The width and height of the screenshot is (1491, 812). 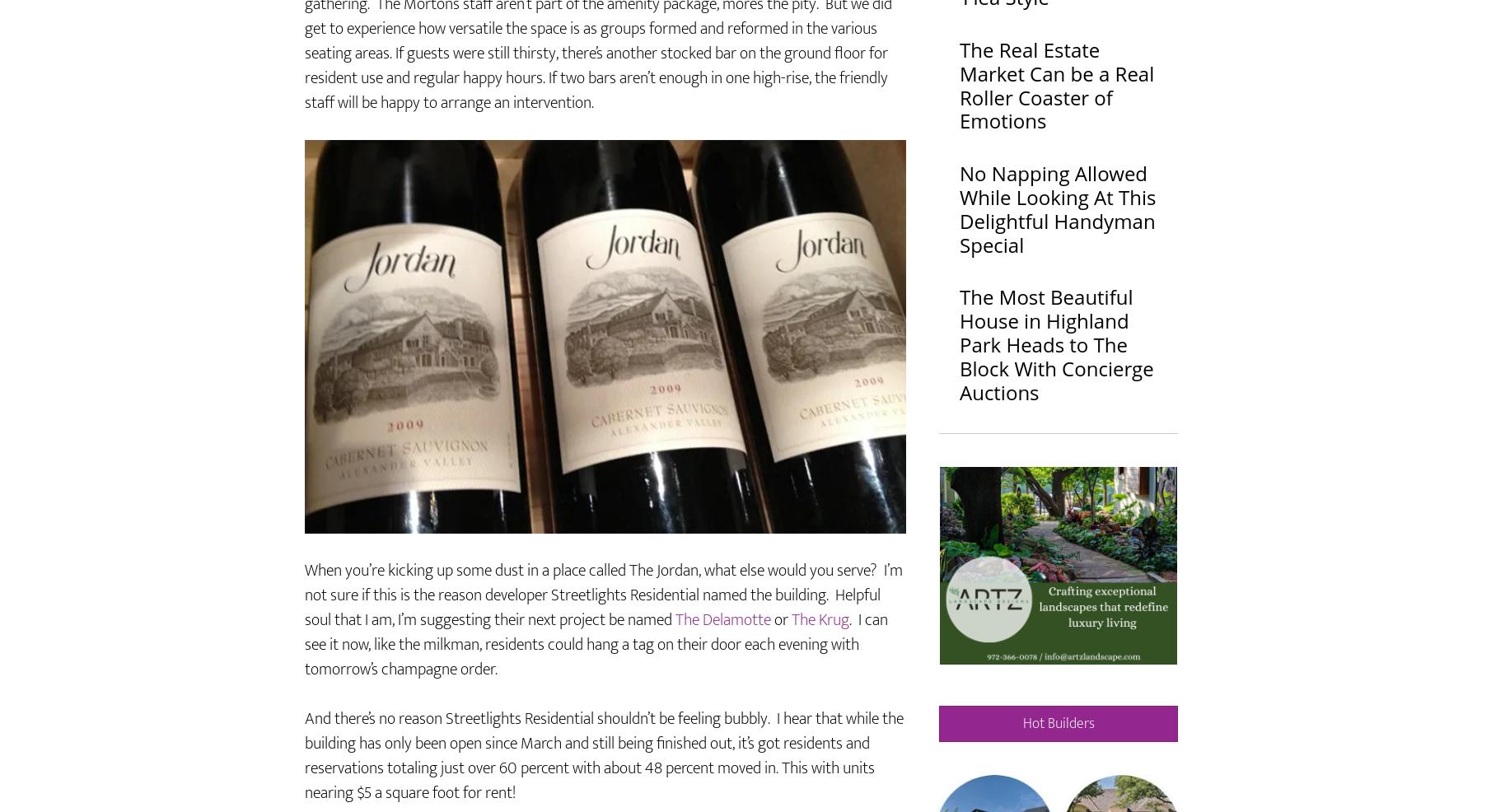 I want to click on 'The Krug', so click(x=820, y=667).